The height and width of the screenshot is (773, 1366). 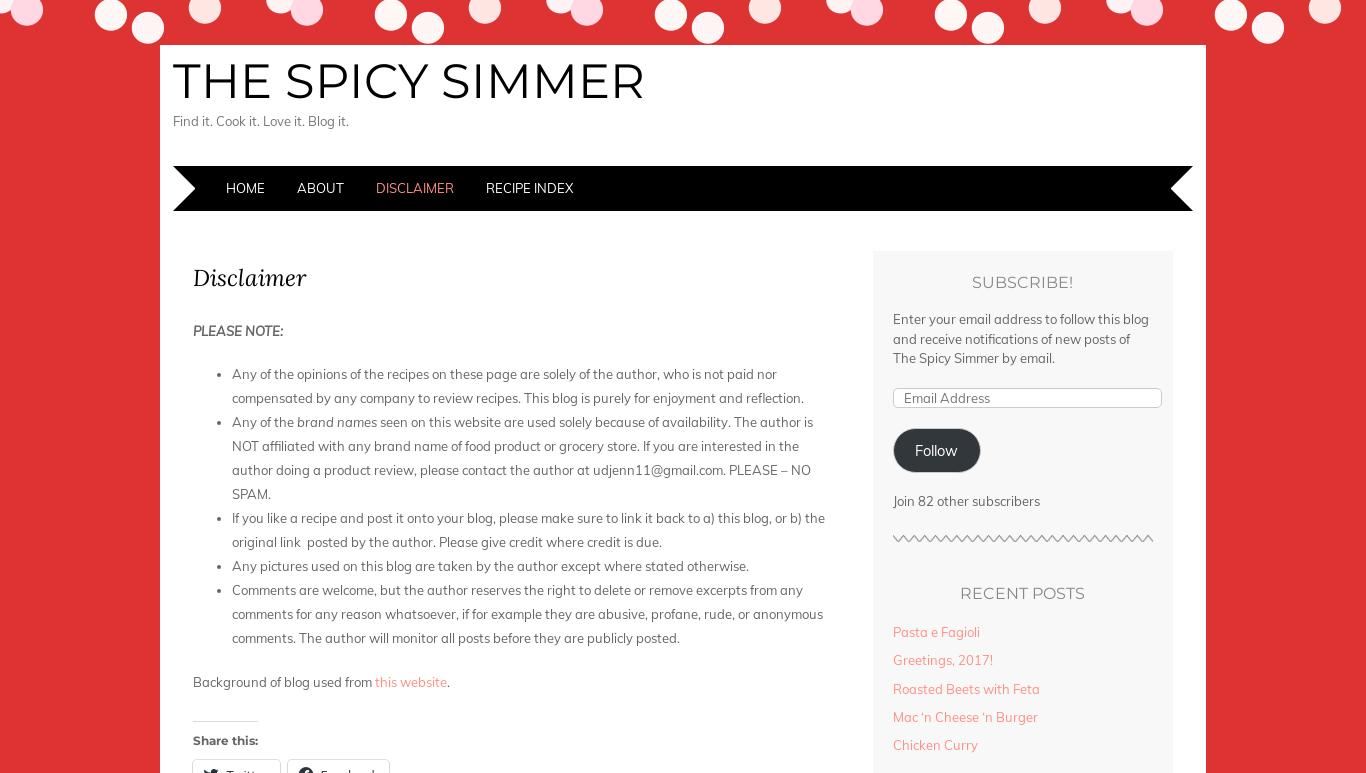 What do you see at coordinates (965, 500) in the screenshot?
I see `'Join 82 other subscribers'` at bounding box center [965, 500].